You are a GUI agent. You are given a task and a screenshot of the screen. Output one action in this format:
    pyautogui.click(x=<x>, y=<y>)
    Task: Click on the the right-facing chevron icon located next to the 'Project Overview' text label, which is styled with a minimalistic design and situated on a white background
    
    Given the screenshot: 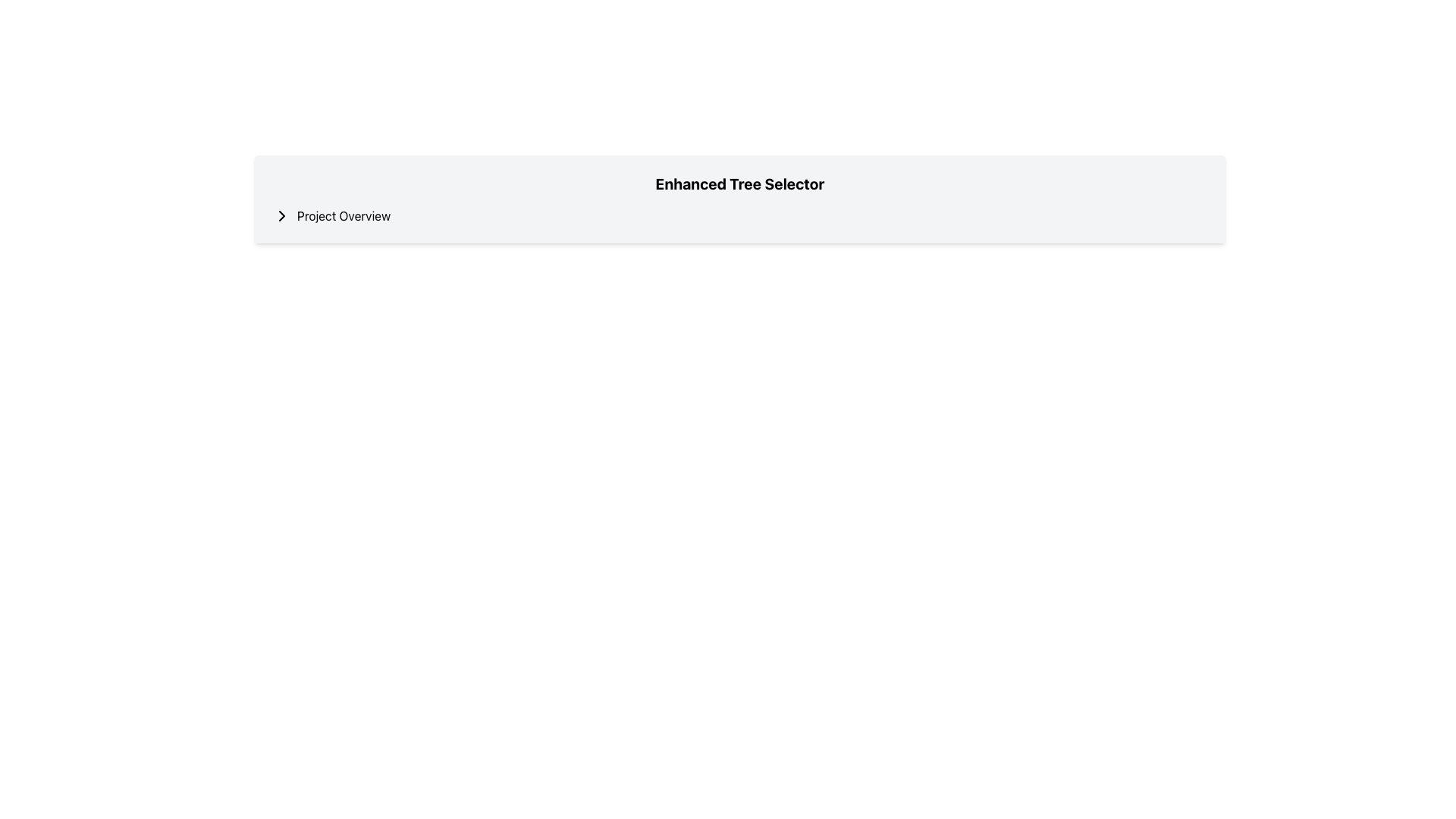 What is the action you would take?
    pyautogui.click(x=282, y=216)
    